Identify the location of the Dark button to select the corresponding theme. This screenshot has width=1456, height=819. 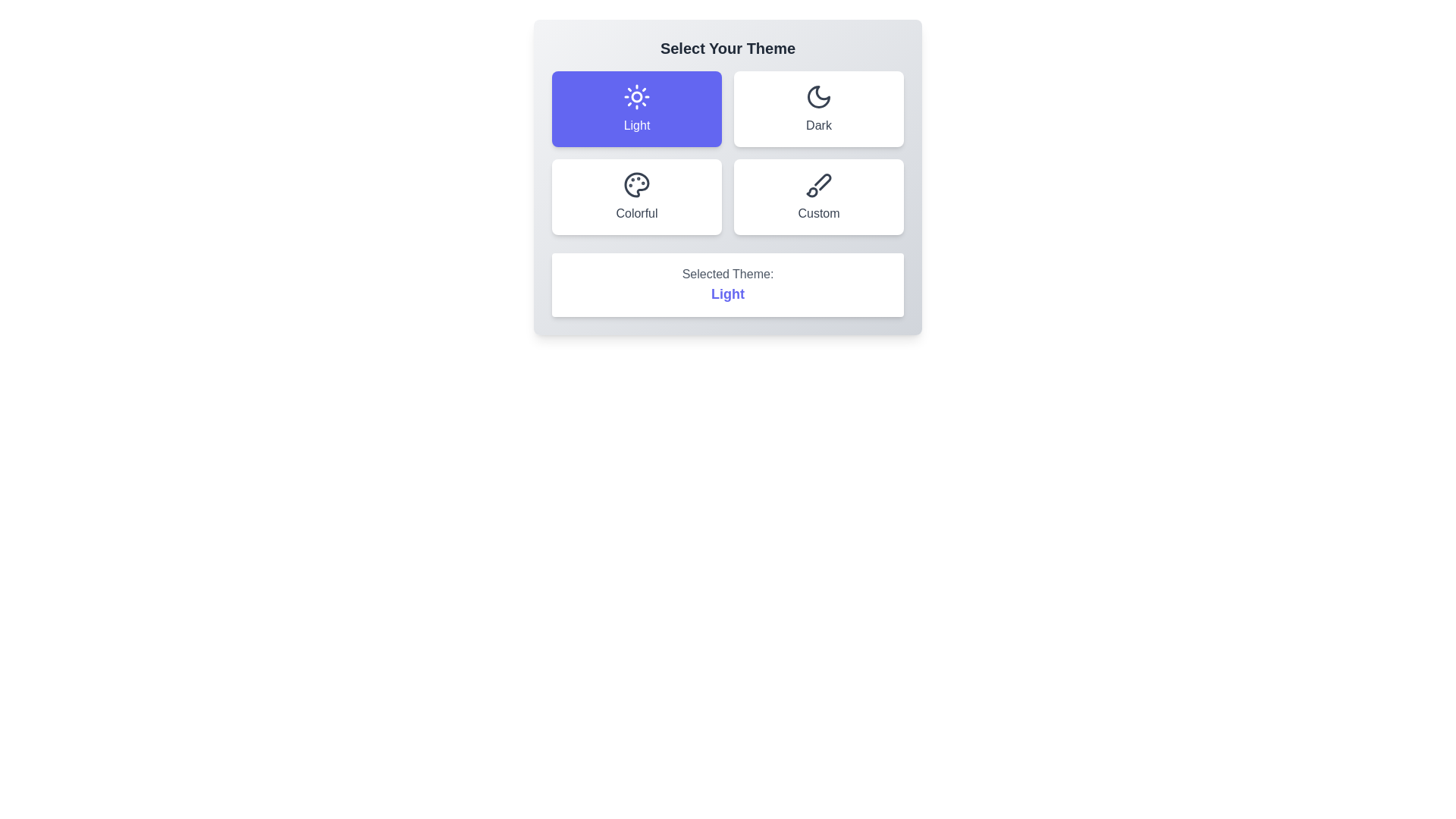
(818, 108).